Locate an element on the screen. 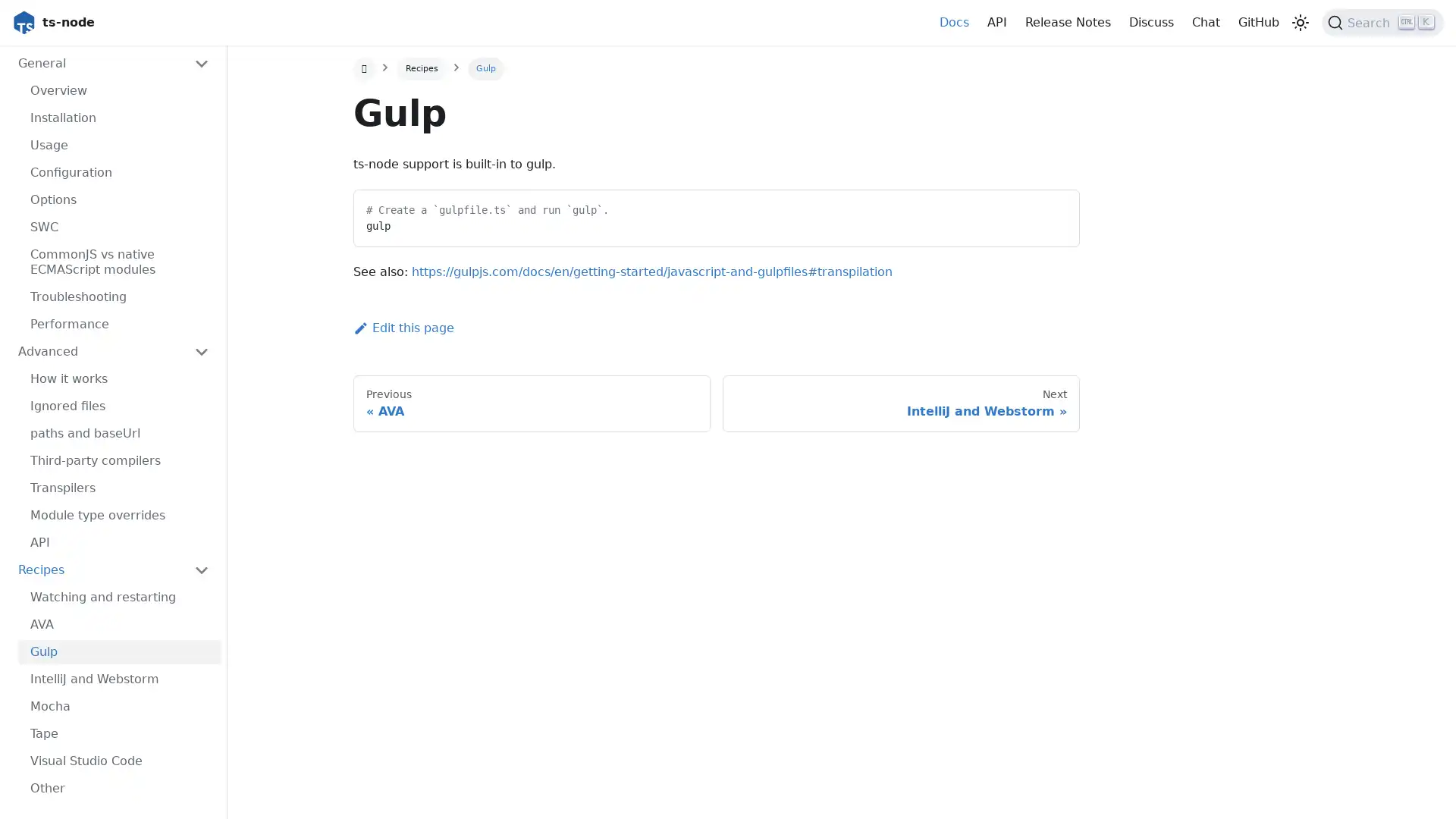 This screenshot has height=819, width=1456. Search is located at coordinates (1382, 23).